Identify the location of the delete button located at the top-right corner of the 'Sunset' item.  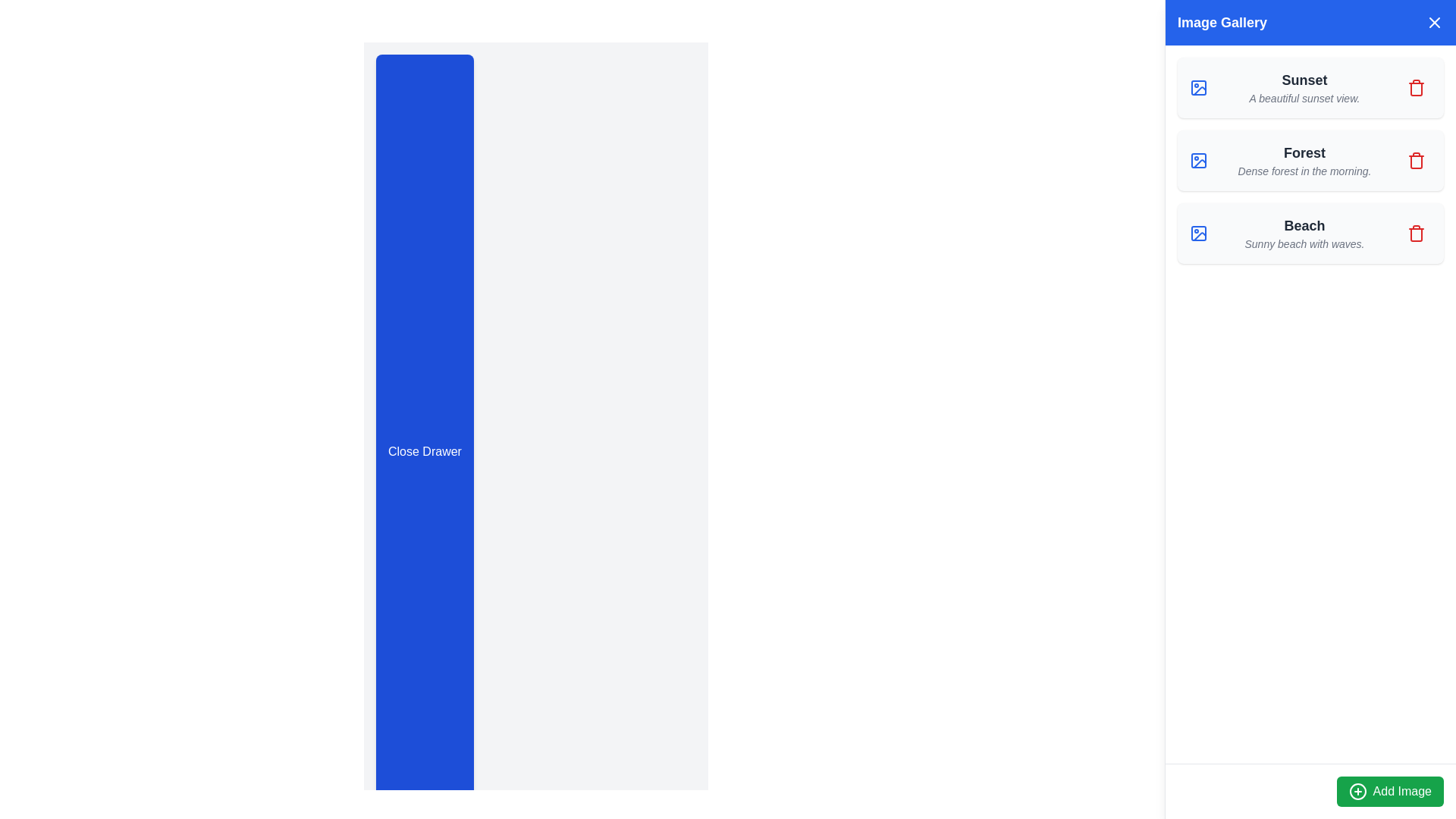
(1415, 87).